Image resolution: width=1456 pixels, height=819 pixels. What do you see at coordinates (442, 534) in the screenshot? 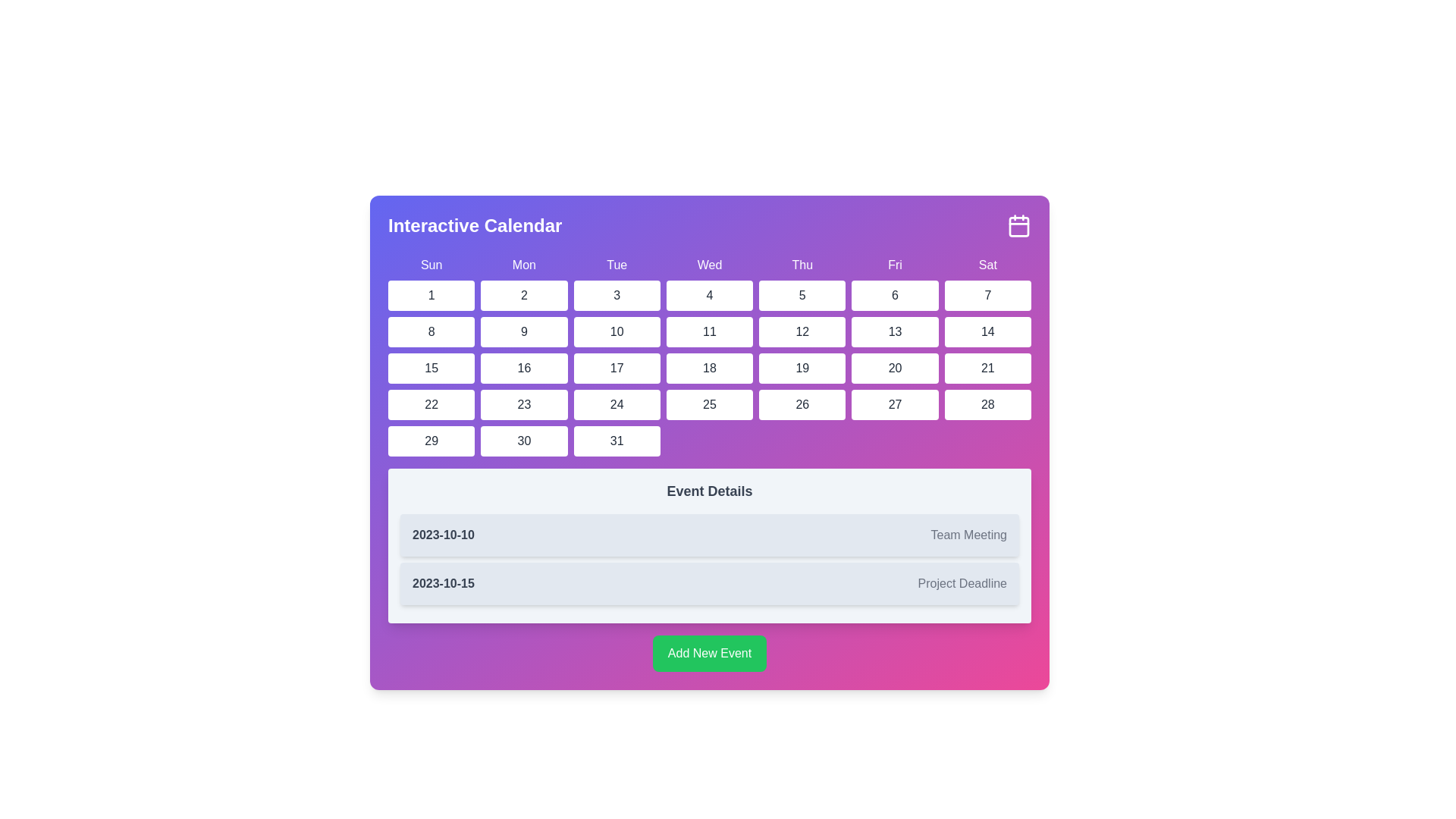
I see `the Text label displaying the date of the related event located within the 'Event Details' section` at bounding box center [442, 534].